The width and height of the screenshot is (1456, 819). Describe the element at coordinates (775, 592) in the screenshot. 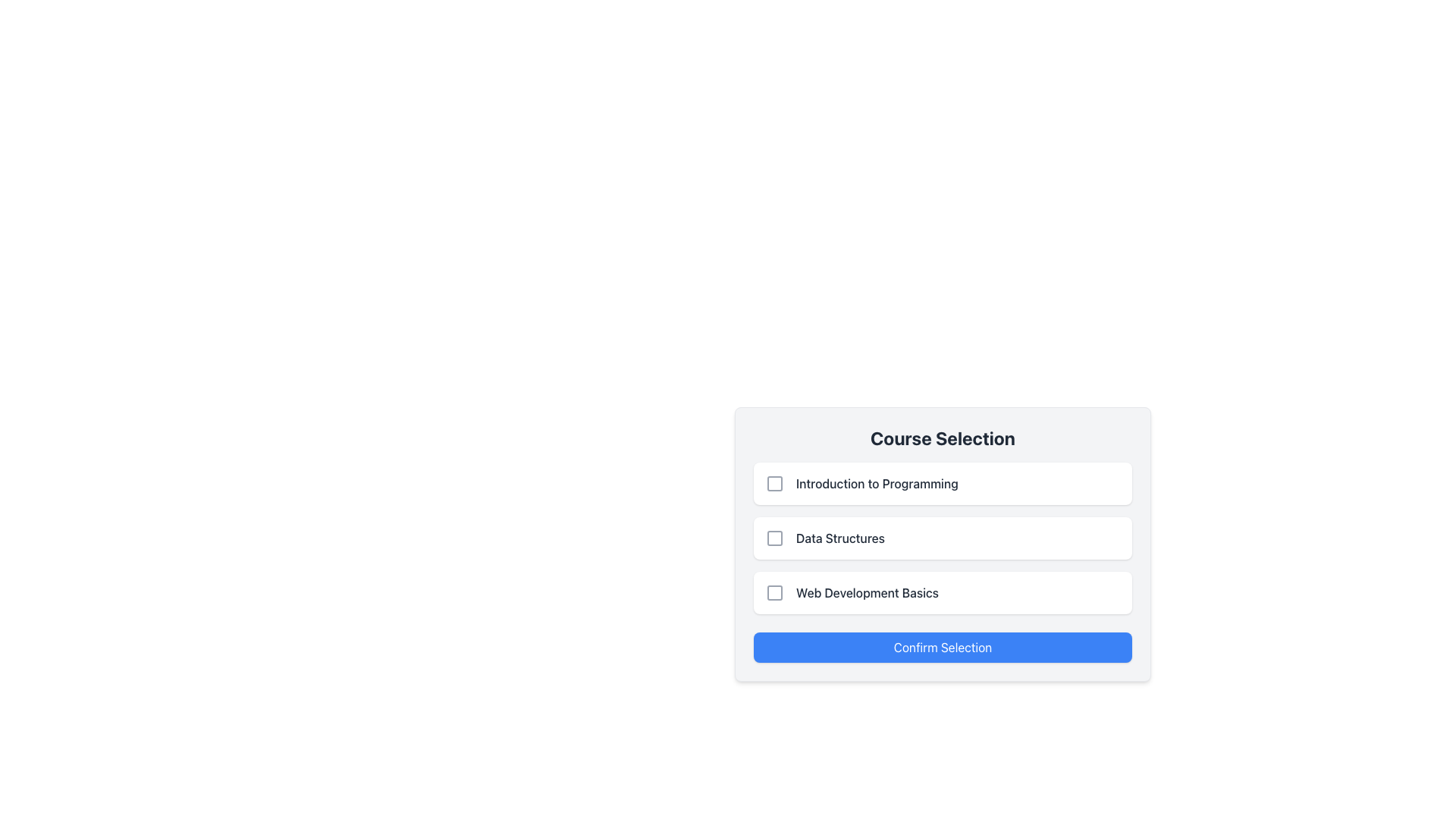

I see `the unselected checkbox for the 'Web Development Basics' course` at that location.